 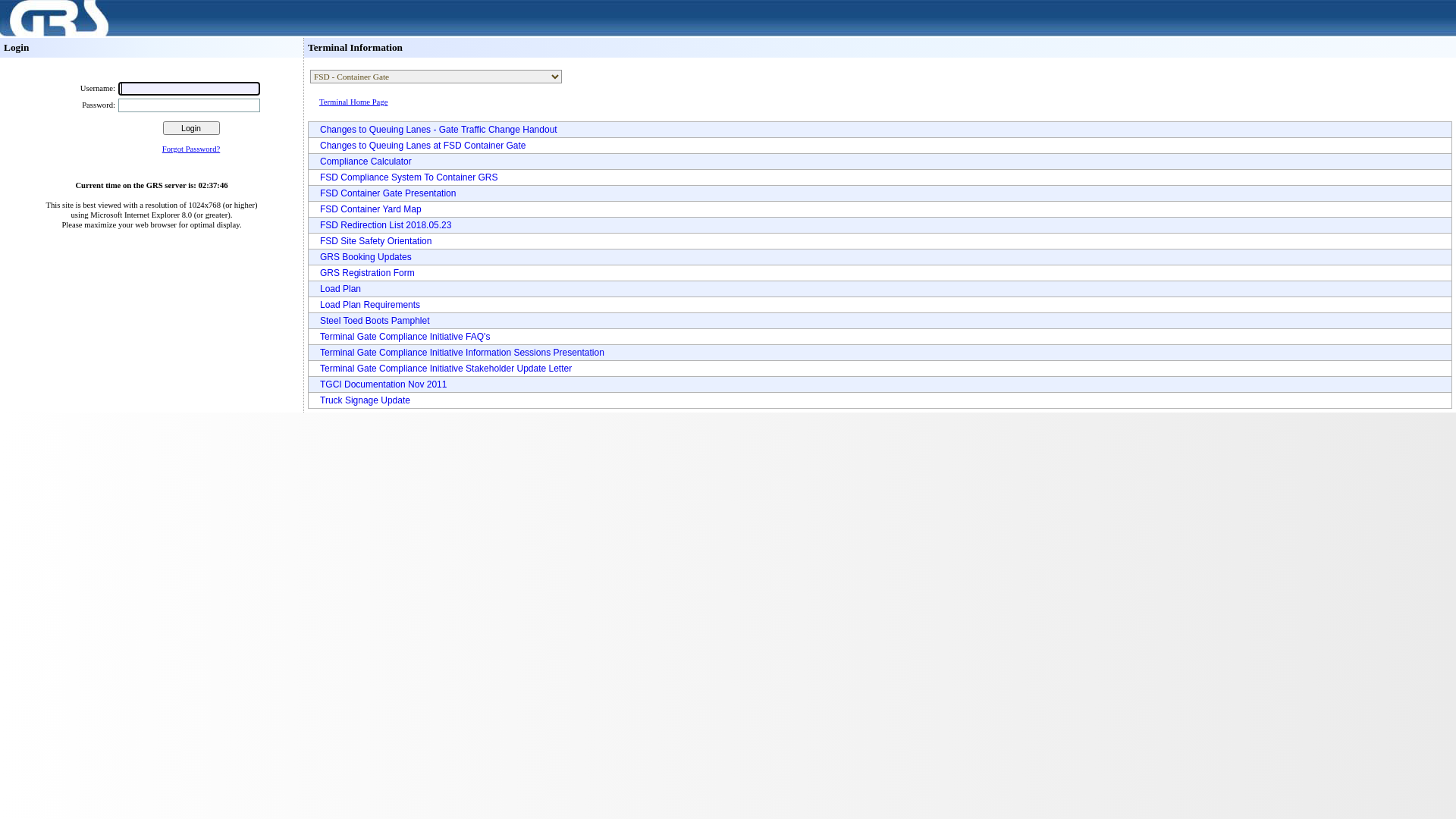 I want to click on 'FSD Redirection List 2018.05.23', so click(x=381, y=225).